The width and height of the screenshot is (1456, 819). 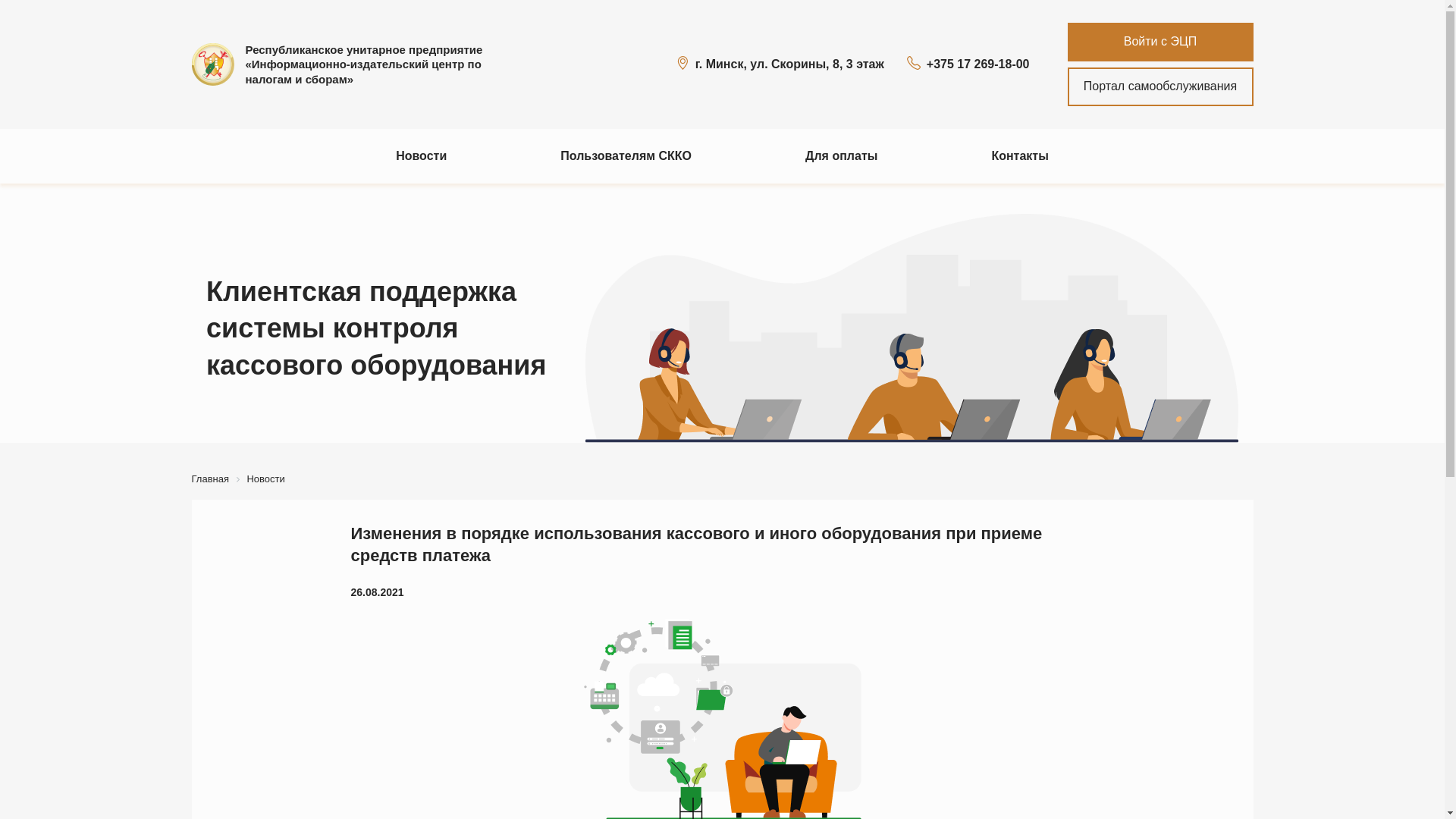 What do you see at coordinates (967, 63) in the screenshot?
I see `'+375 17 269-18-00'` at bounding box center [967, 63].